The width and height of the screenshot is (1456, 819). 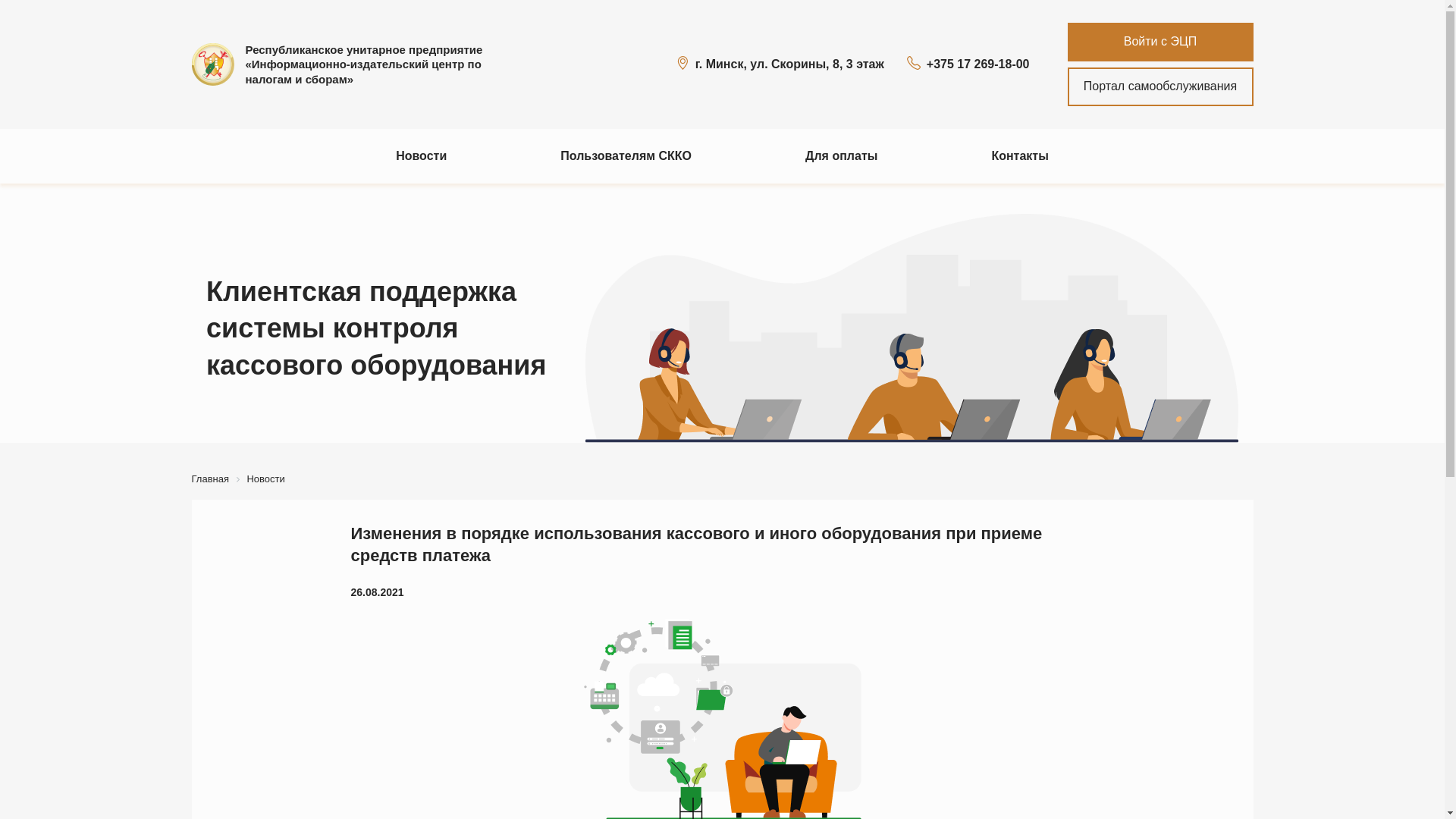 What do you see at coordinates (967, 63) in the screenshot?
I see `'+375 17 269-18-00'` at bounding box center [967, 63].